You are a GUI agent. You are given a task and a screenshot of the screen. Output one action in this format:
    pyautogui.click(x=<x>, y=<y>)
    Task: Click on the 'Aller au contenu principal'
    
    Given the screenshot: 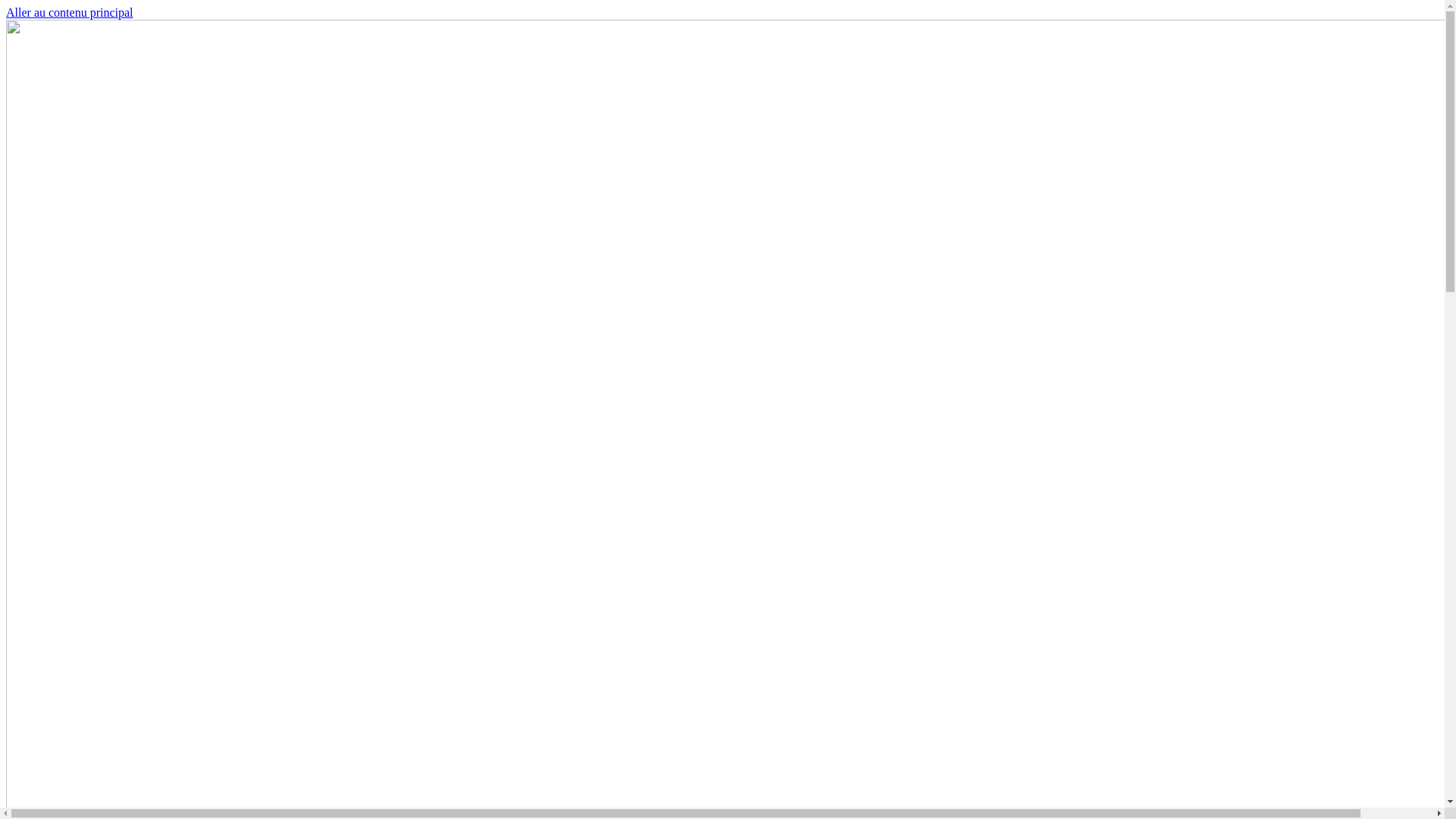 What is the action you would take?
    pyautogui.click(x=68, y=12)
    